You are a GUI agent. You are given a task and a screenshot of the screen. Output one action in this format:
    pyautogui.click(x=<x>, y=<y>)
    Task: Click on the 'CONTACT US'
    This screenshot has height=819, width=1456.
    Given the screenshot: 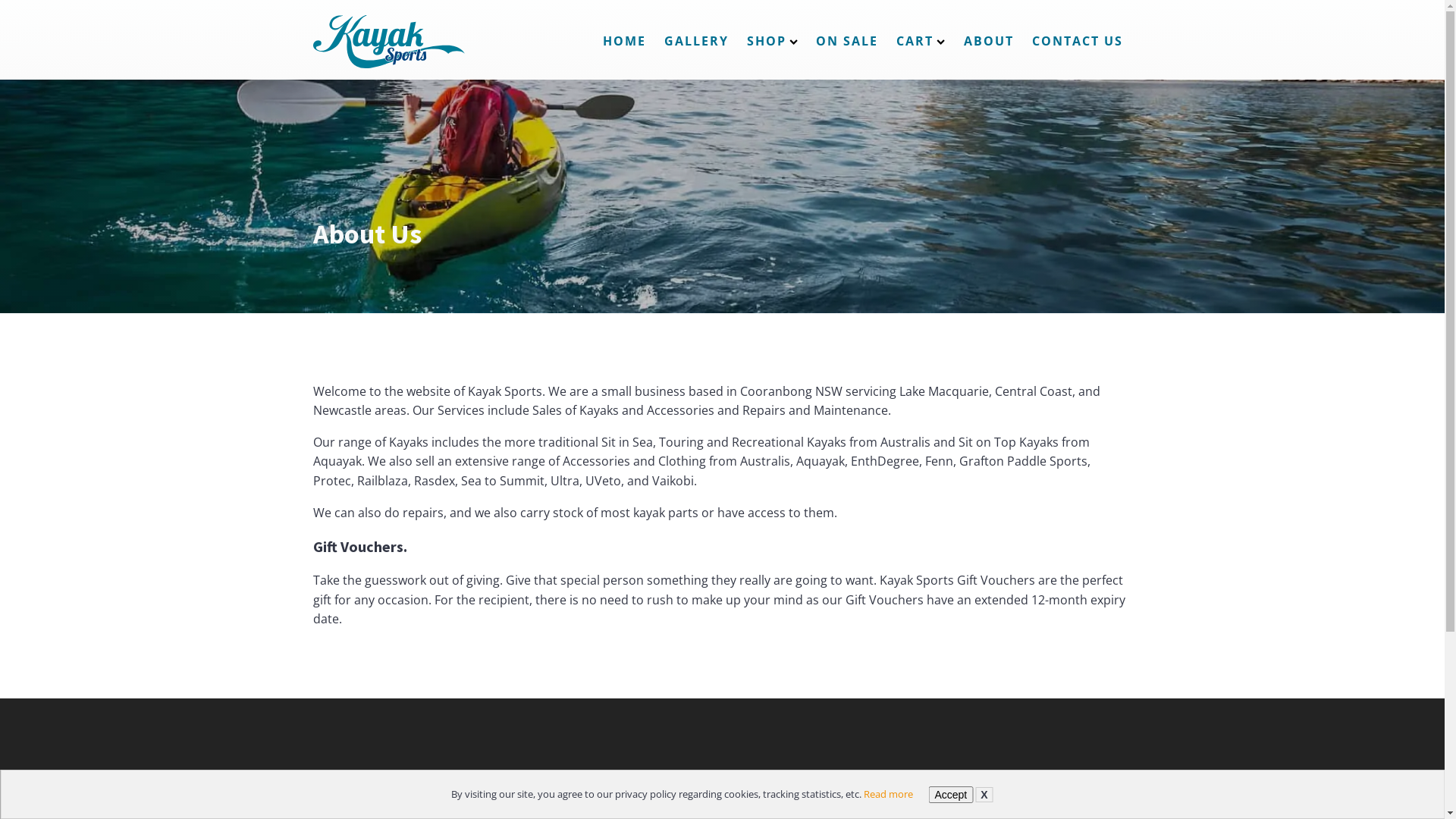 What is the action you would take?
    pyautogui.click(x=1022, y=40)
    